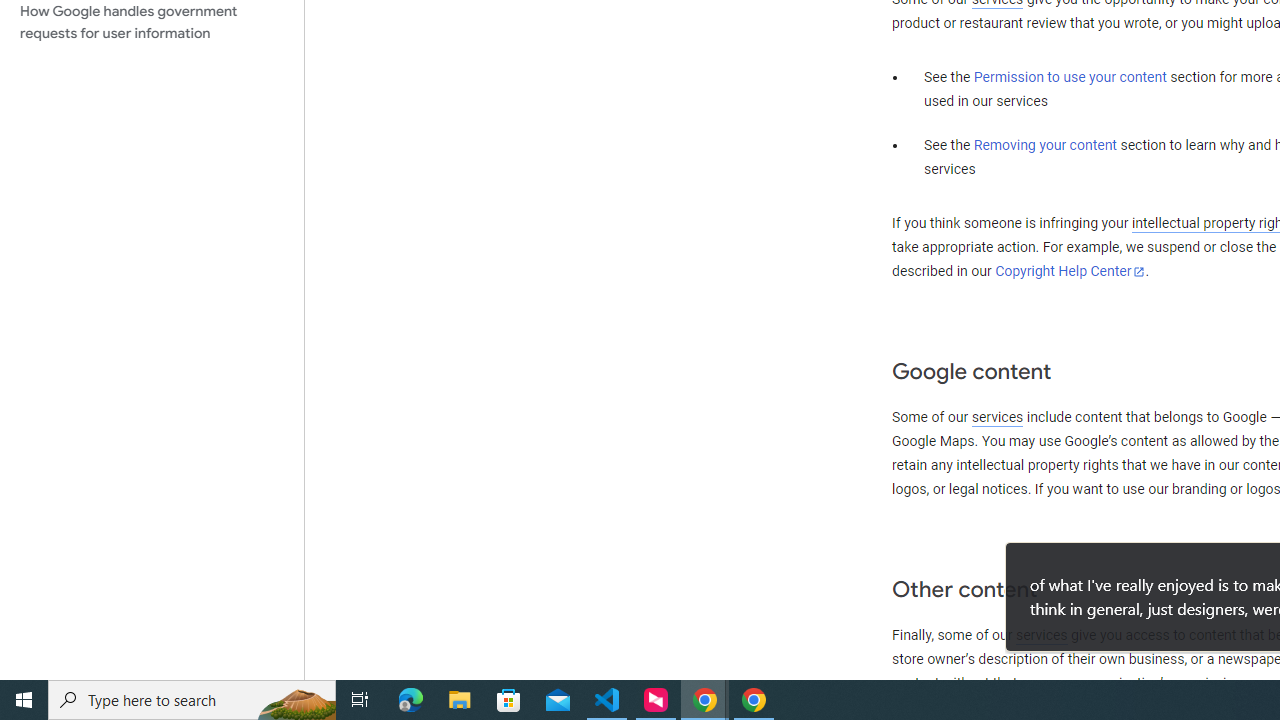  What do you see at coordinates (1044, 144) in the screenshot?
I see `'Removing your content'` at bounding box center [1044, 144].